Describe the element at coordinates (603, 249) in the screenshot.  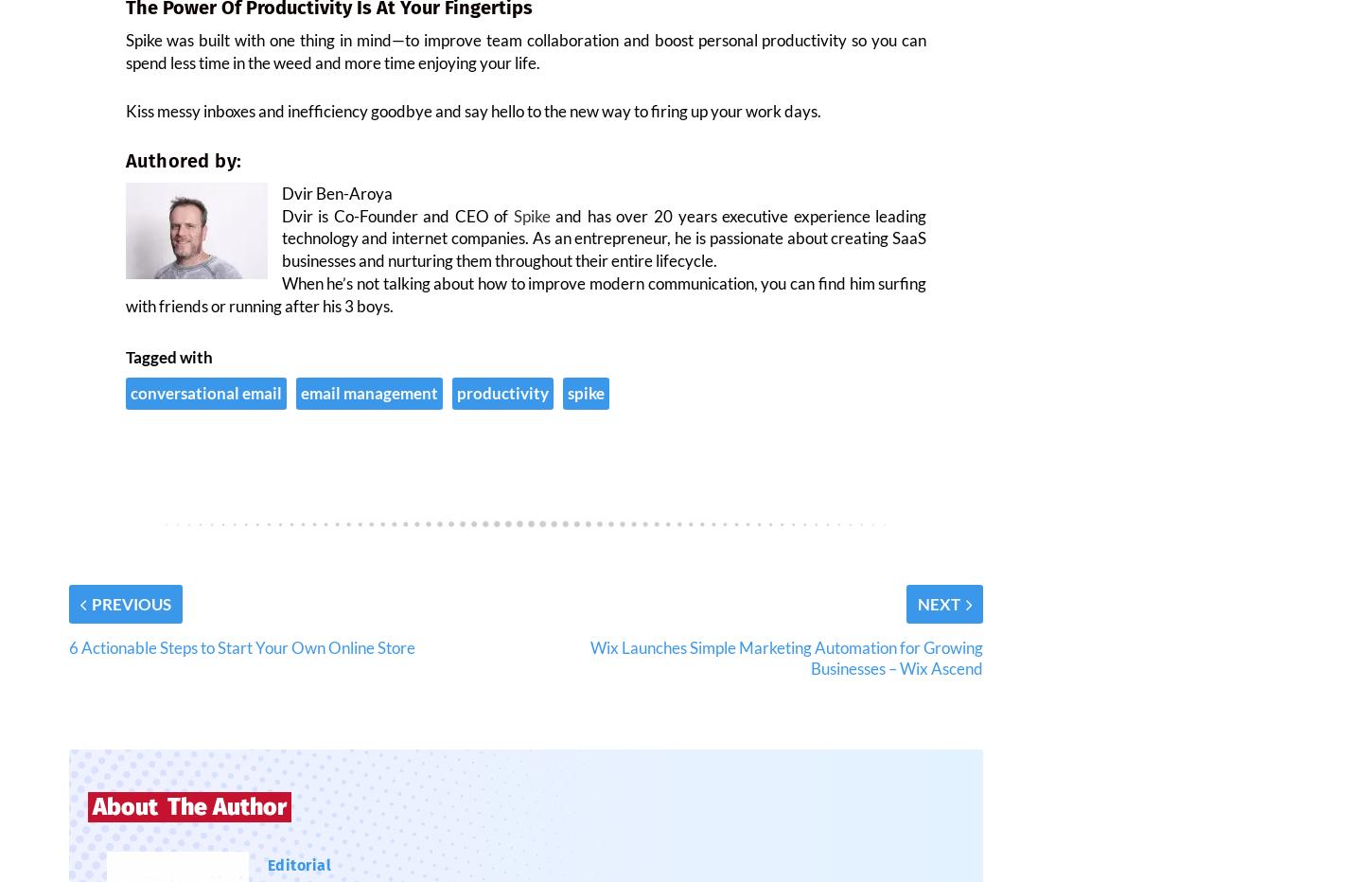
I see `'and has over 20 years executive experience leading technology and internet companies. As an entrepreneur, he is passionate about creating SaaS businesses and nurturing them throughout their entire lifecycle.'` at that location.